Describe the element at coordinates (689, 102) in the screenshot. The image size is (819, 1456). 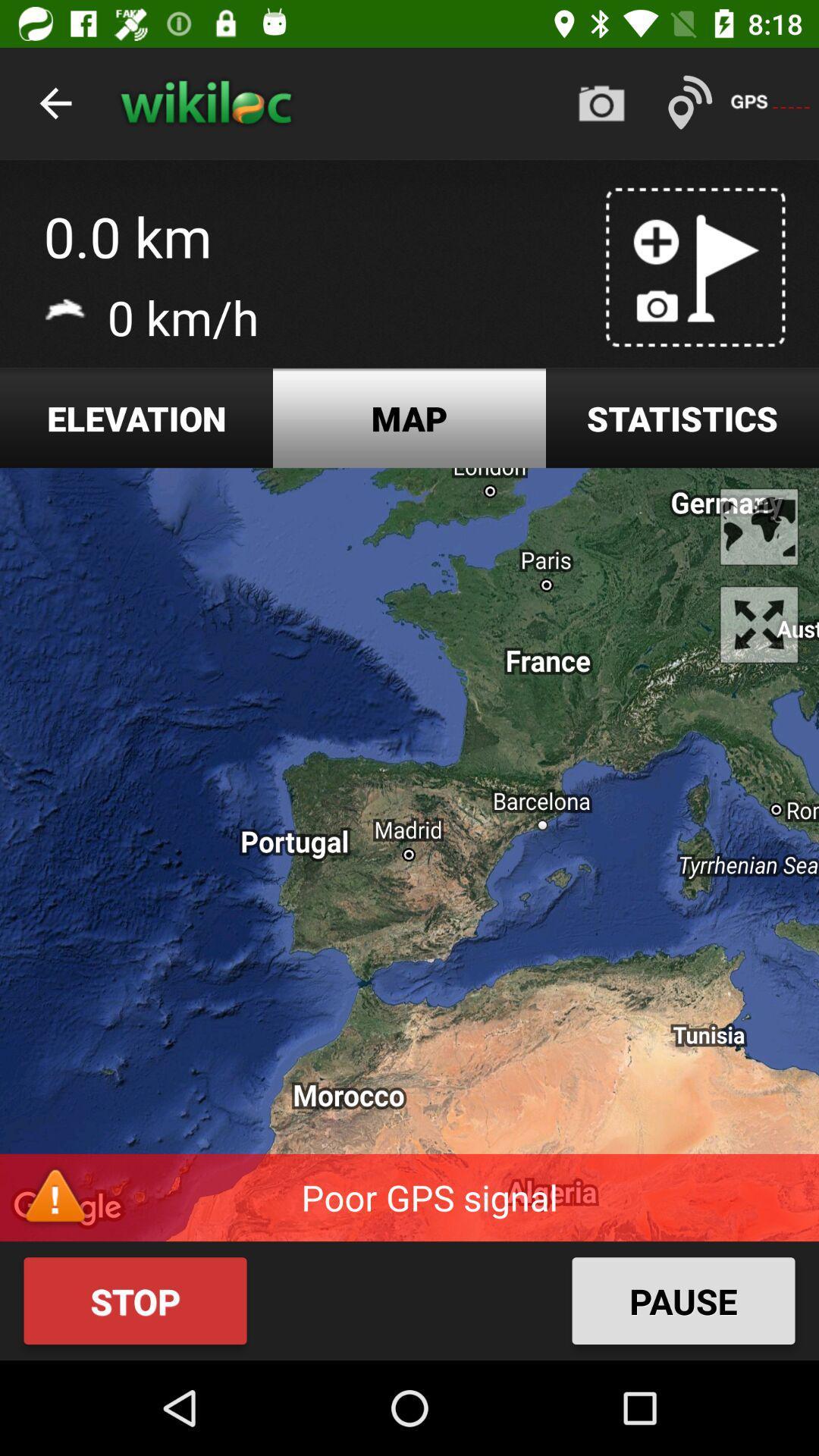
I see `the text left to gps` at that location.